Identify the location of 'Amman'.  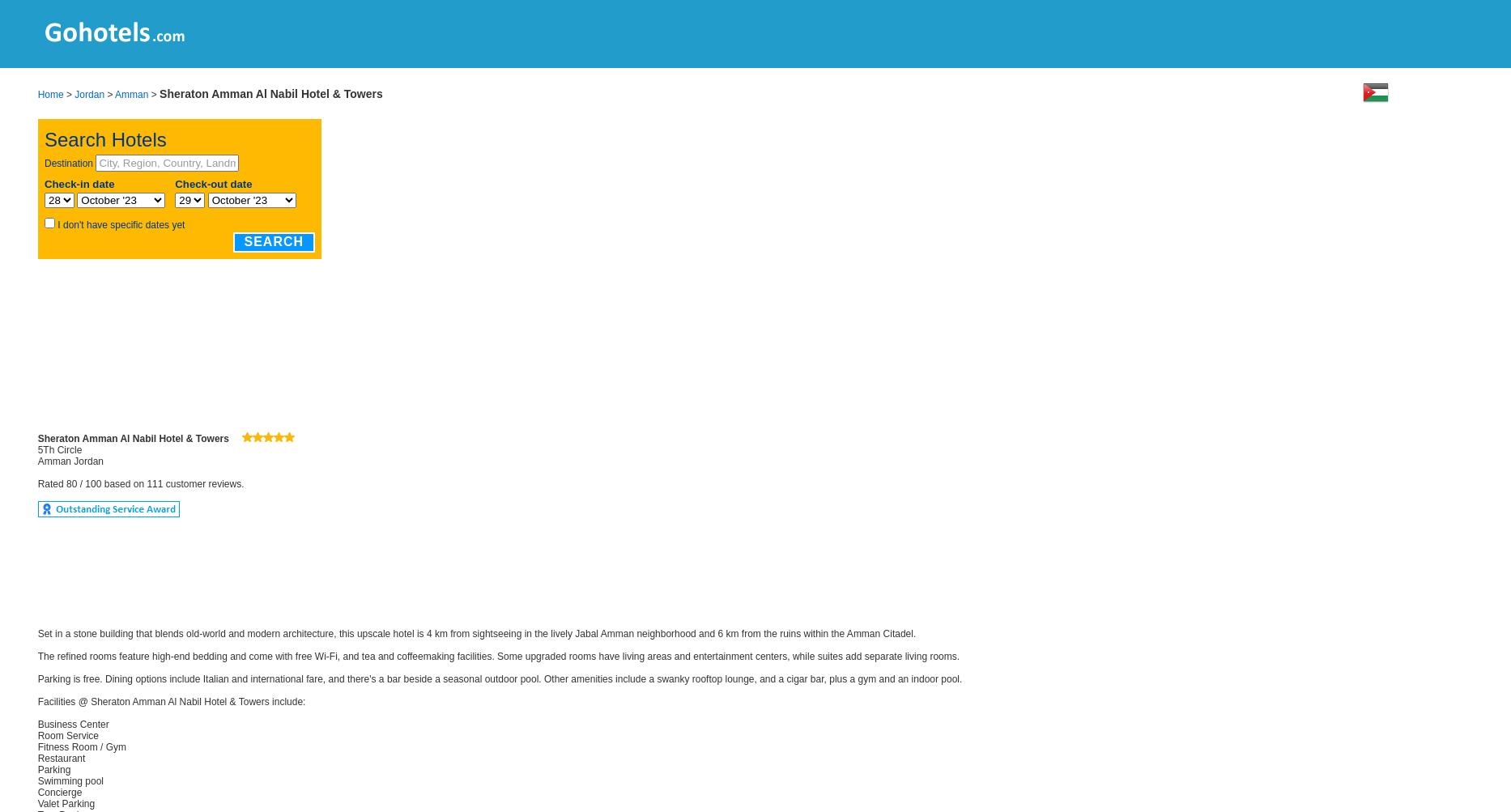
(132, 93).